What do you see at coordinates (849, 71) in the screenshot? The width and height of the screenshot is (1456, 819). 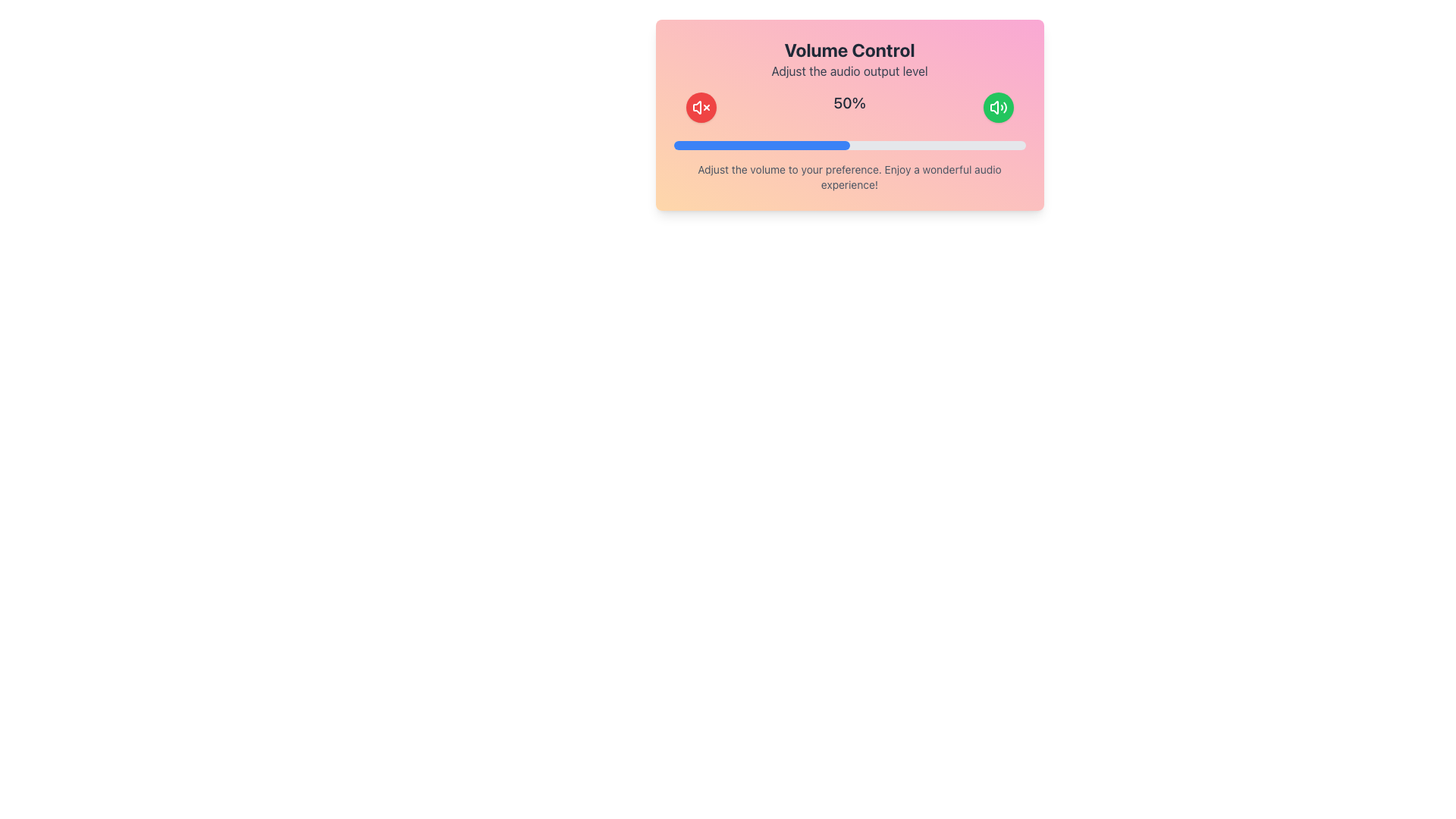 I see `the descriptive text label below the 'Volume Control' header, which provides guidance for the volume adjustment interface` at bounding box center [849, 71].